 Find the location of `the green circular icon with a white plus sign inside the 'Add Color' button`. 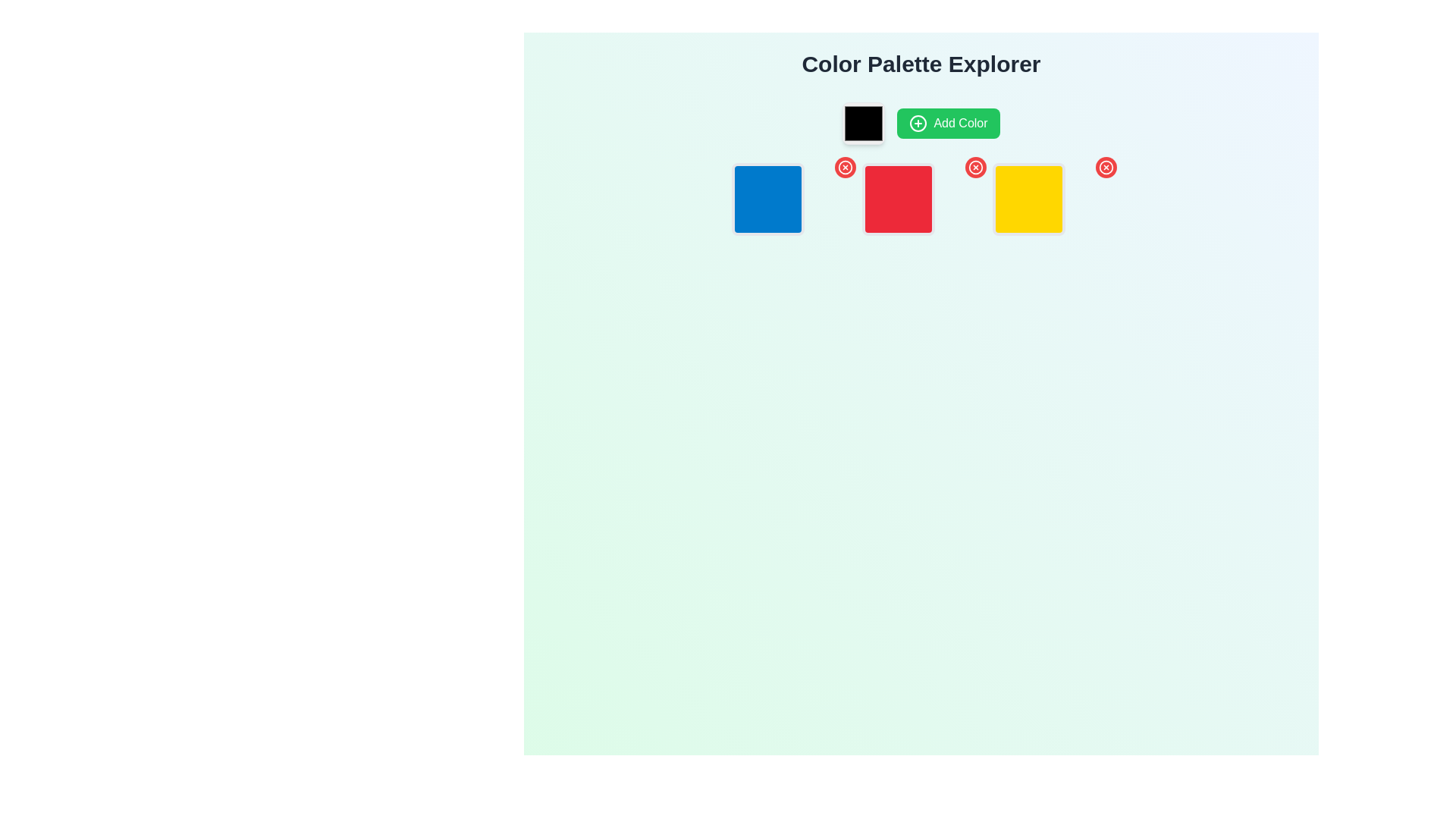

the green circular icon with a white plus sign inside the 'Add Color' button is located at coordinates (918, 122).